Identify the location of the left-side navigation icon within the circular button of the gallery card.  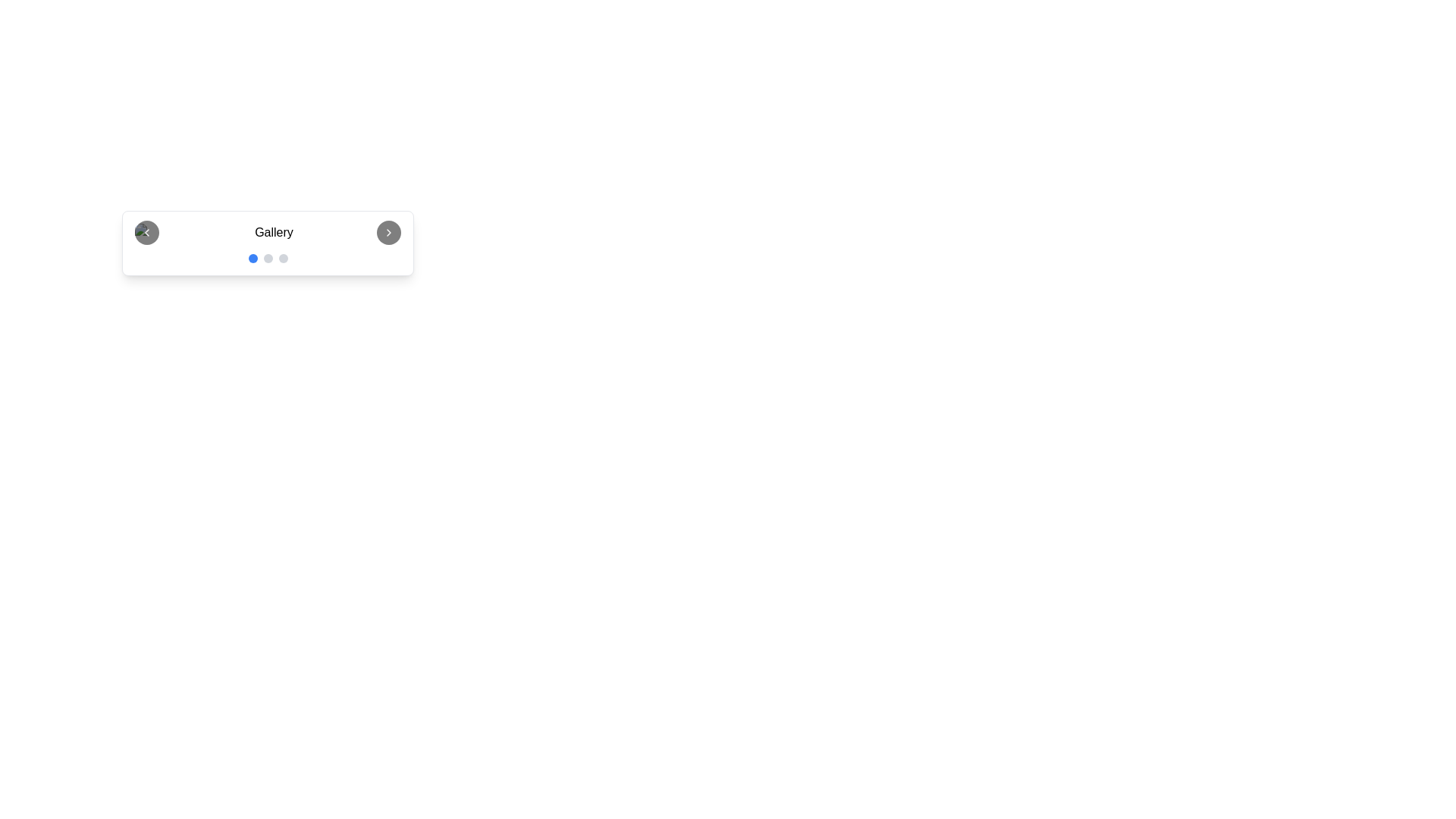
(146, 233).